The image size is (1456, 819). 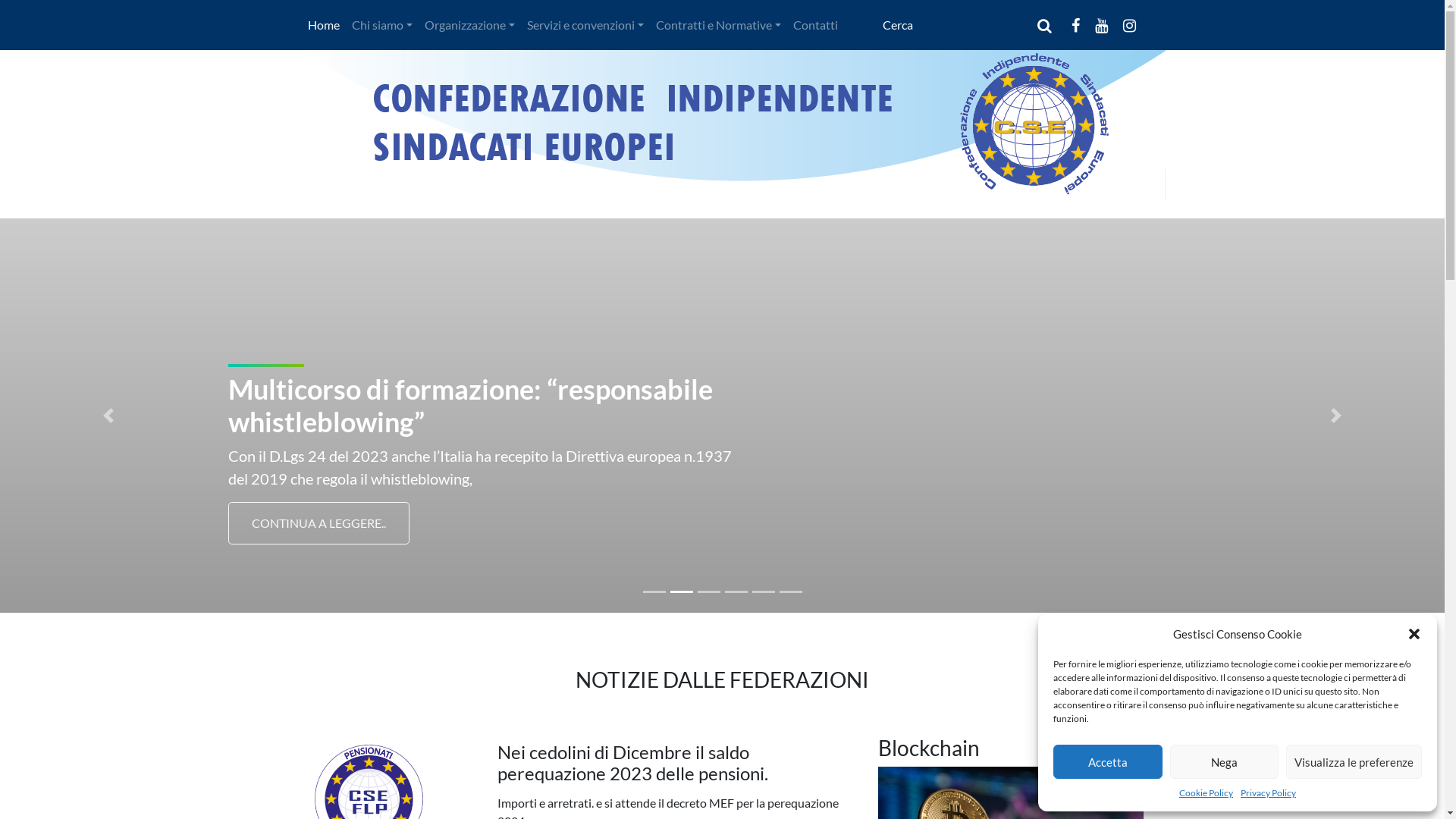 What do you see at coordinates (1354, 761) in the screenshot?
I see `'Visualizza le preferenze'` at bounding box center [1354, 761].